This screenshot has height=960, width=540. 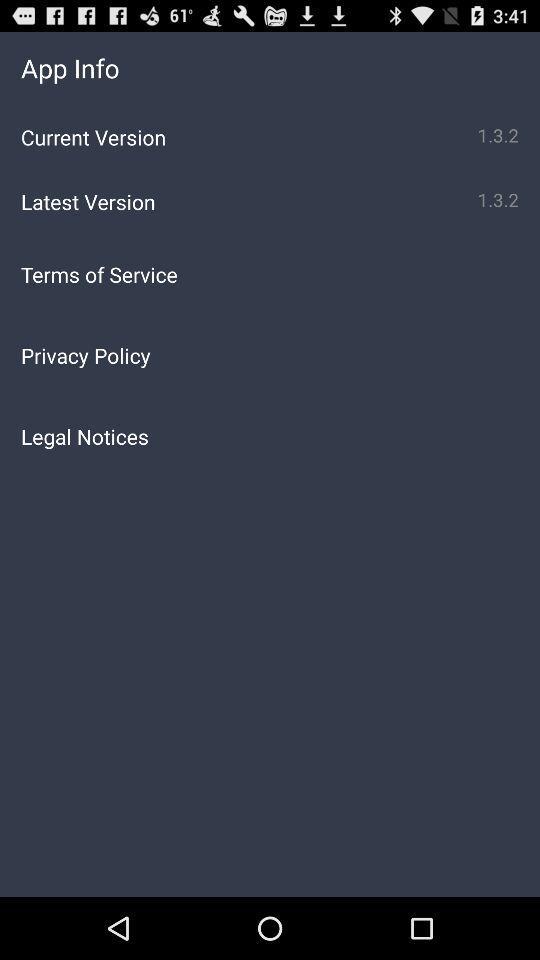 What do you see at coordinates (270, 273) in the screenshot?
I see `the app at the top` at bounding box center [270, 273].